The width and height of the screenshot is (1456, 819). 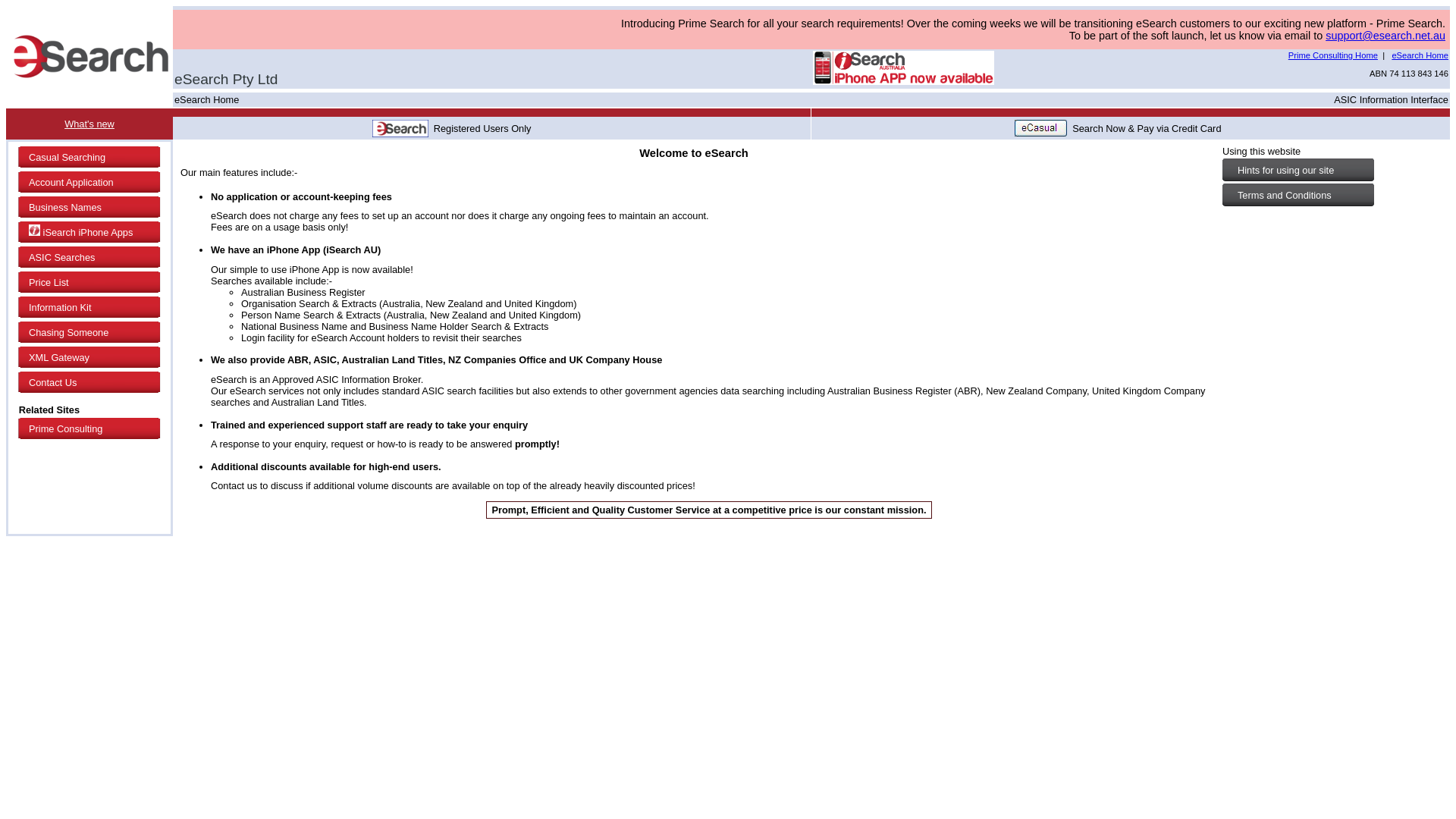 What do you see at coordinates (89, 428) in the screenshot?
I see `'Prime Consulting'` at bounding box center [89, 428].